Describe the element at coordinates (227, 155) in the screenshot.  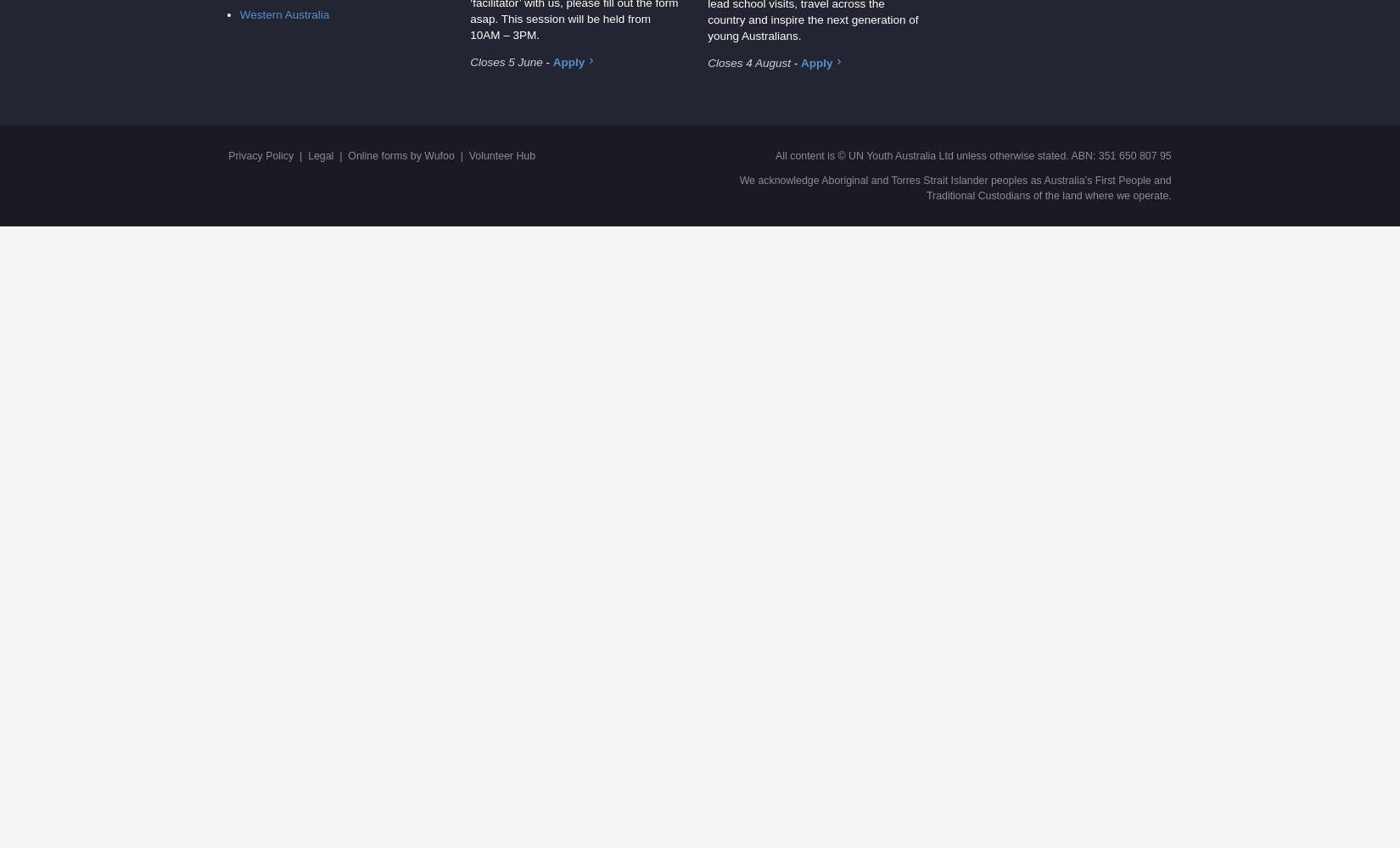
I see `'Privacy Policy'` at that location.